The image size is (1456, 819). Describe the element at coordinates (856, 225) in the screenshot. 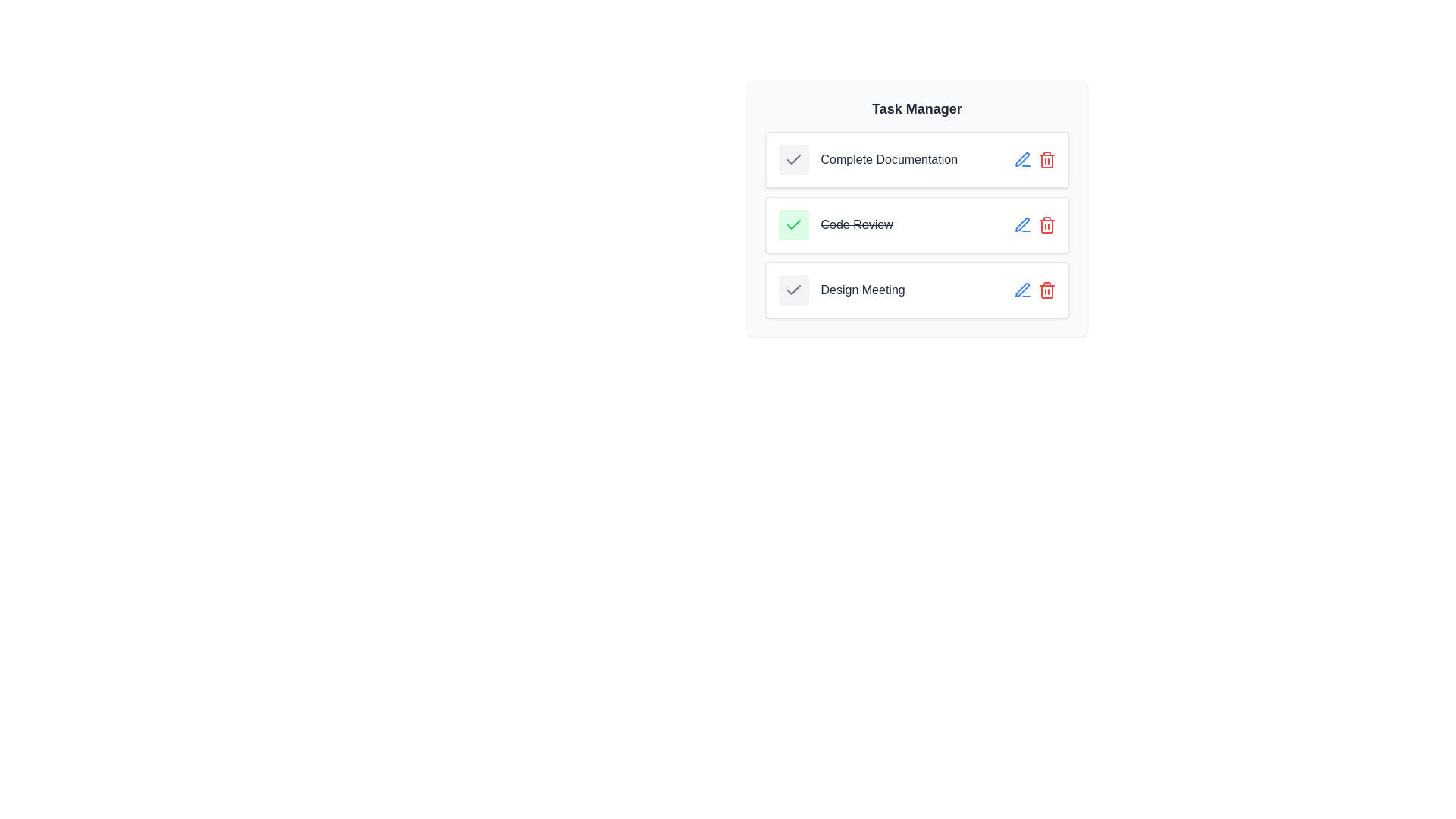

I see `the 'Code Review' text label that is styled with a line-through decoration, indicating a completed state, located between a completion icon and task control icons` at that location.